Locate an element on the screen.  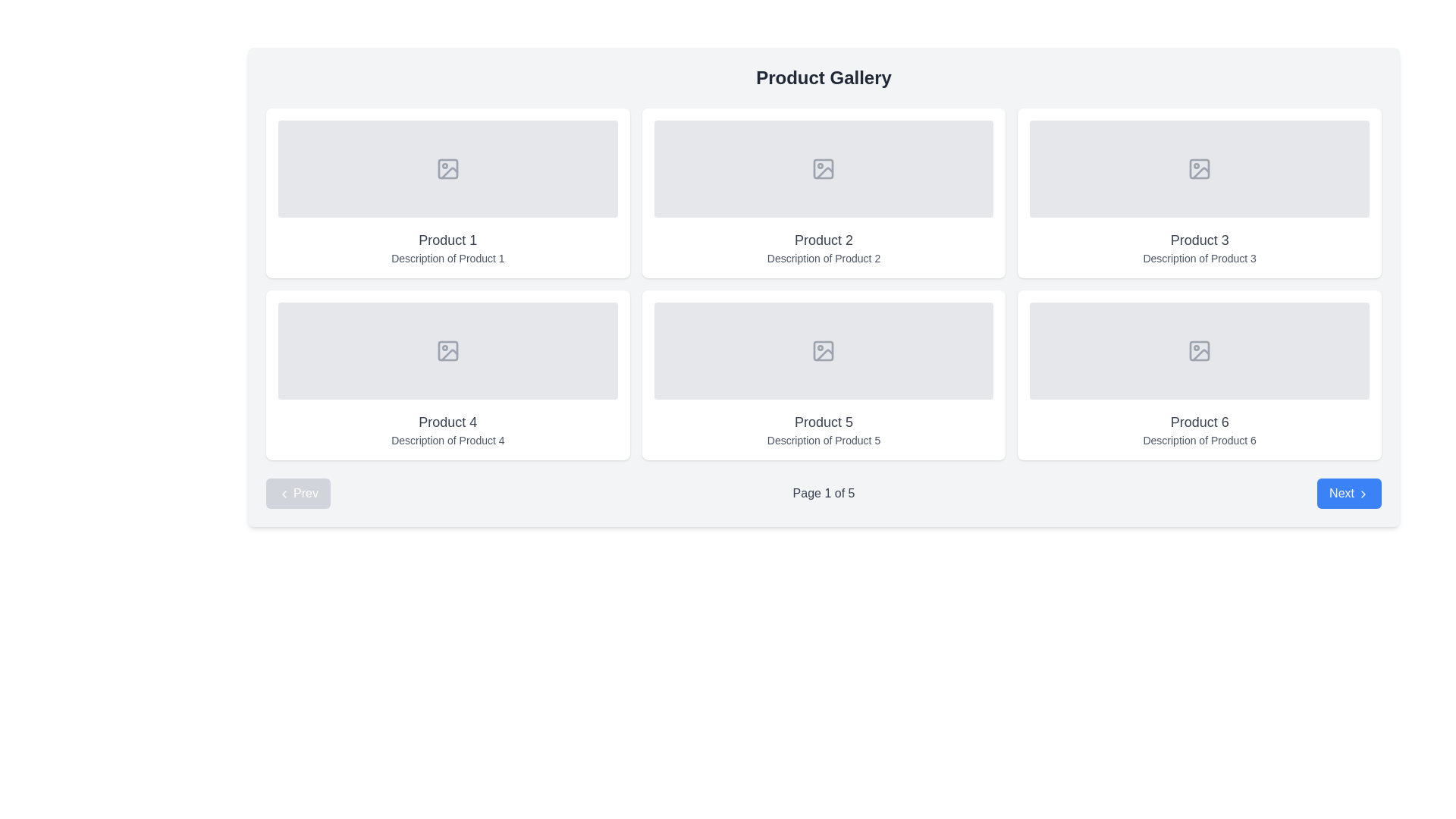
the SVG graphic icon that serves as a placeholder for an image within the 'Product 1' card in the product gallery is located at coordinates (447, 169).